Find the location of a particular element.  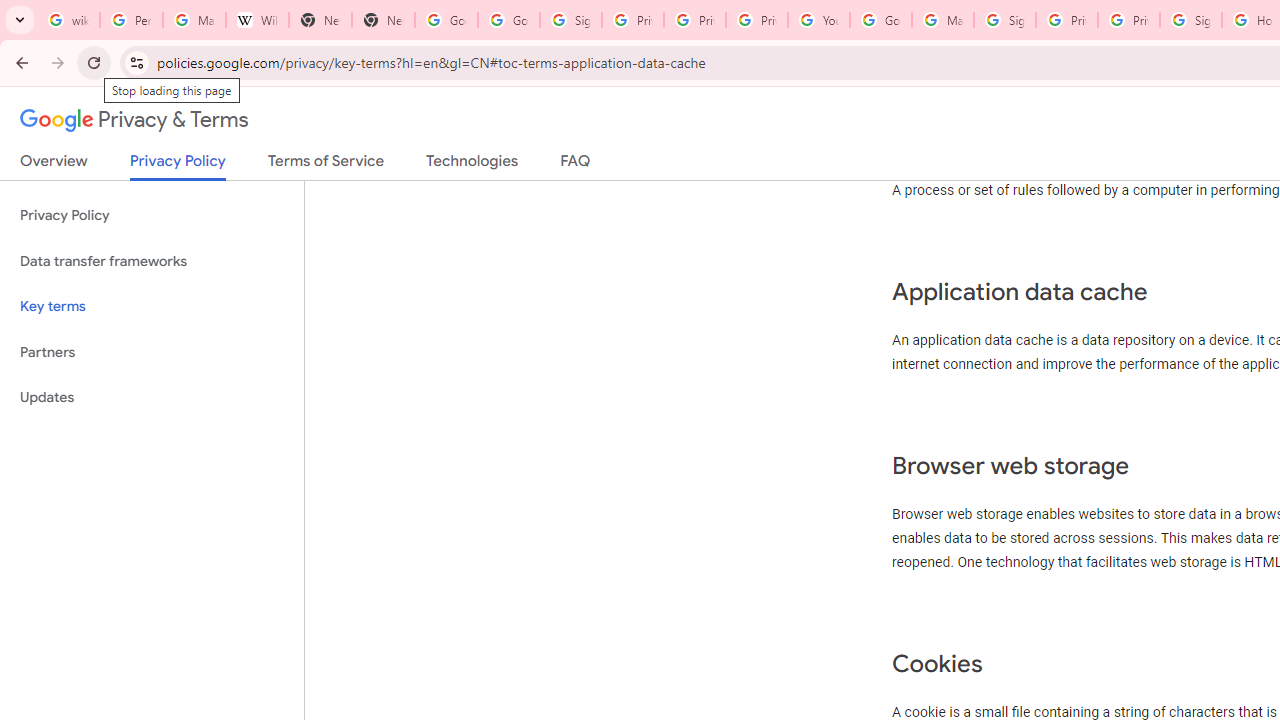

'New Tab' is located at coordinates (383, 20).